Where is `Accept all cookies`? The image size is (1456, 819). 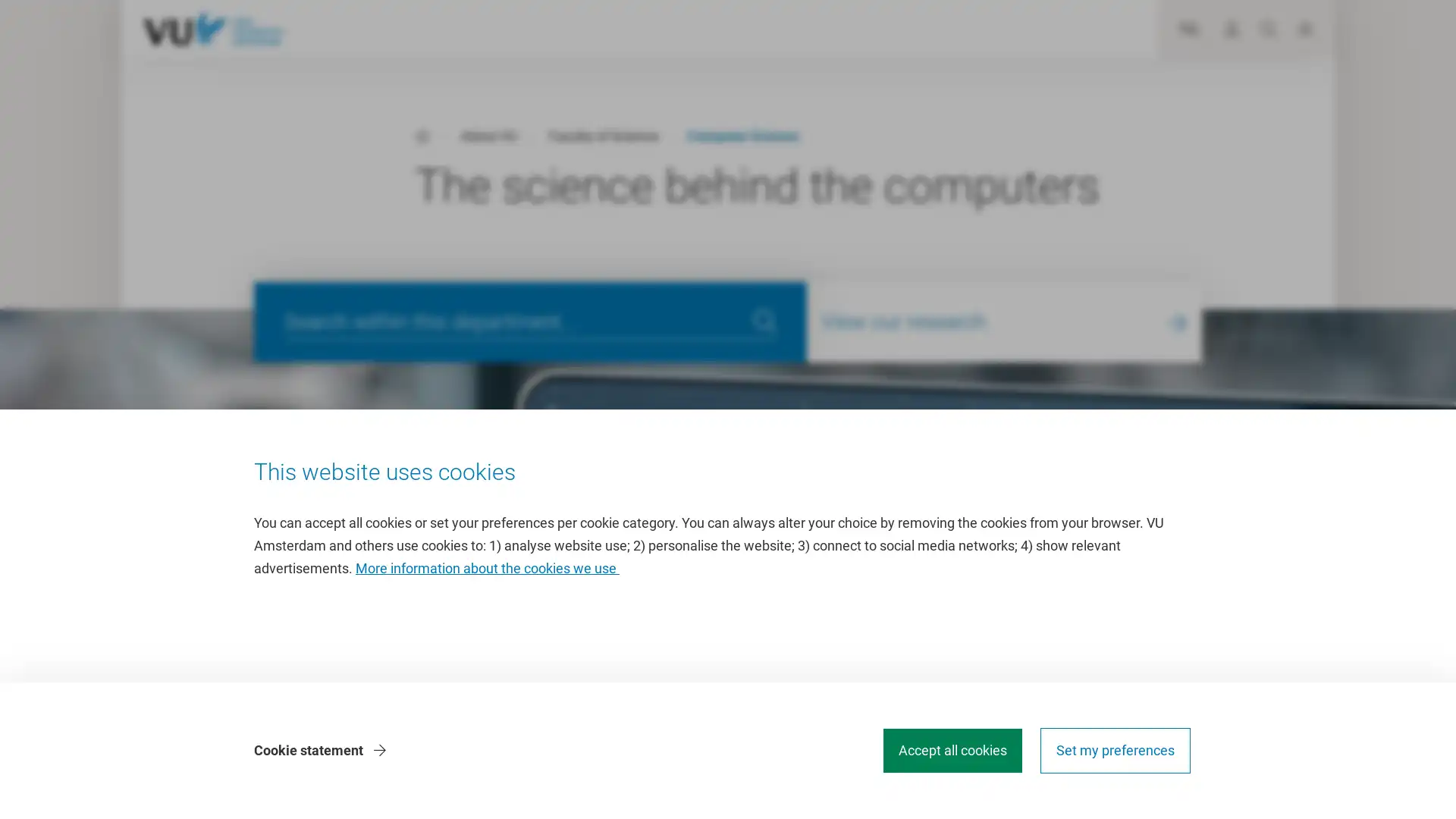
Accept all cookies is located at coordinates (952, 751).